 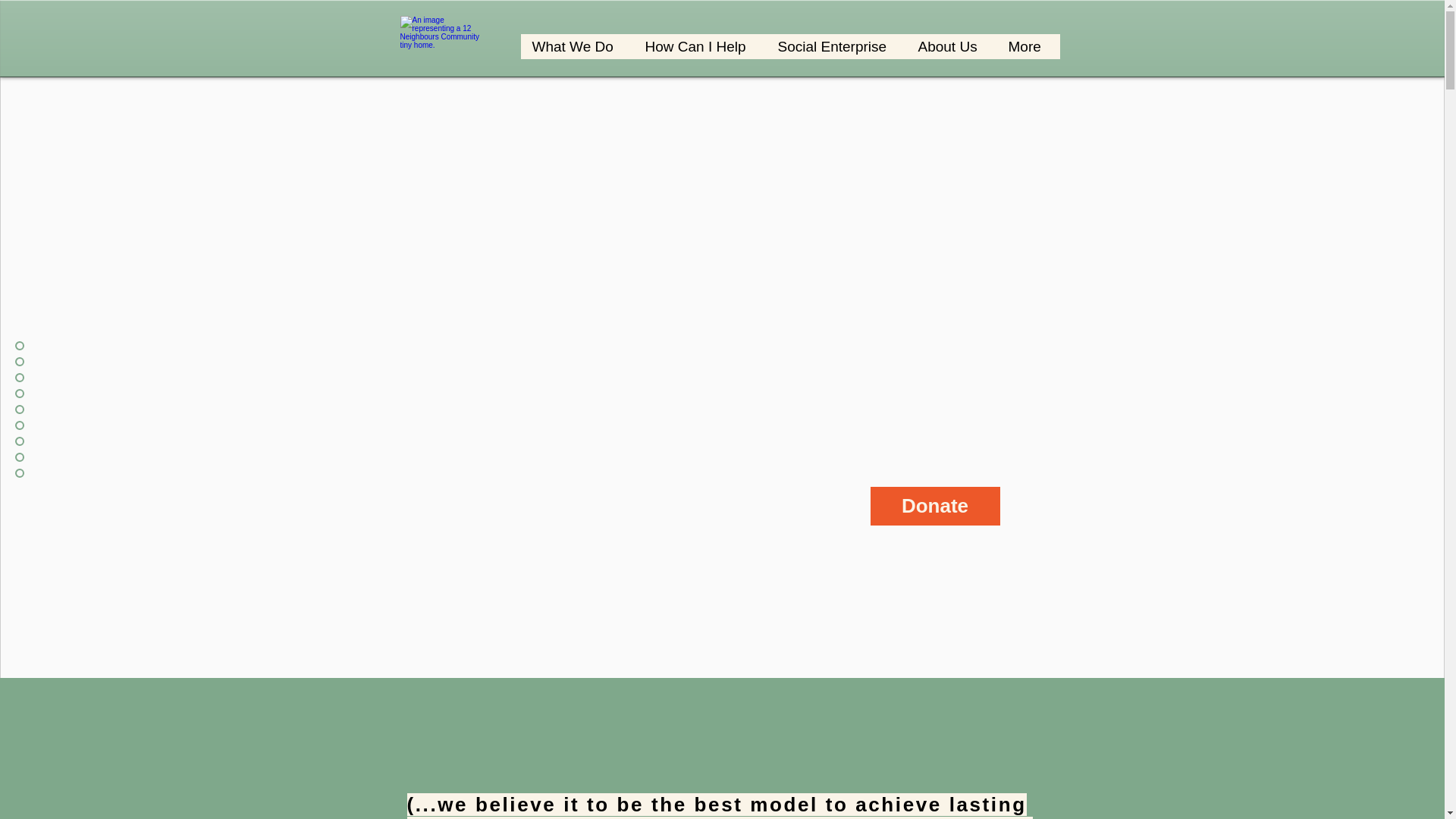 I want to click on 'How Can I Help', so click(x=698, y=45).